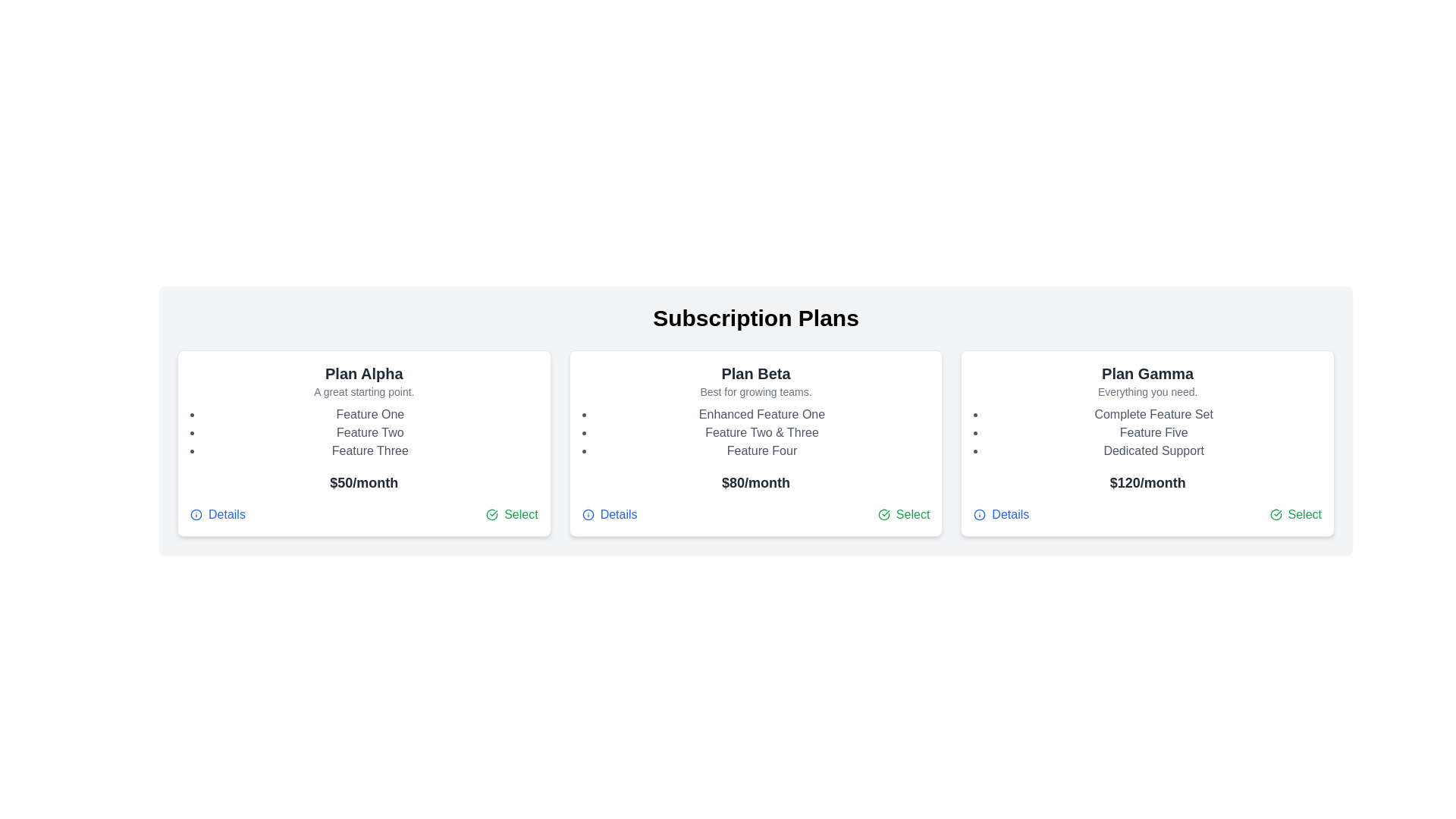  What do you see at coordinates (217, 513) in the screenshot?
I see `the interactive link located in the bottom-left corner of the 'Plan Alpha' subscription card` at bounding box center [217, 513].